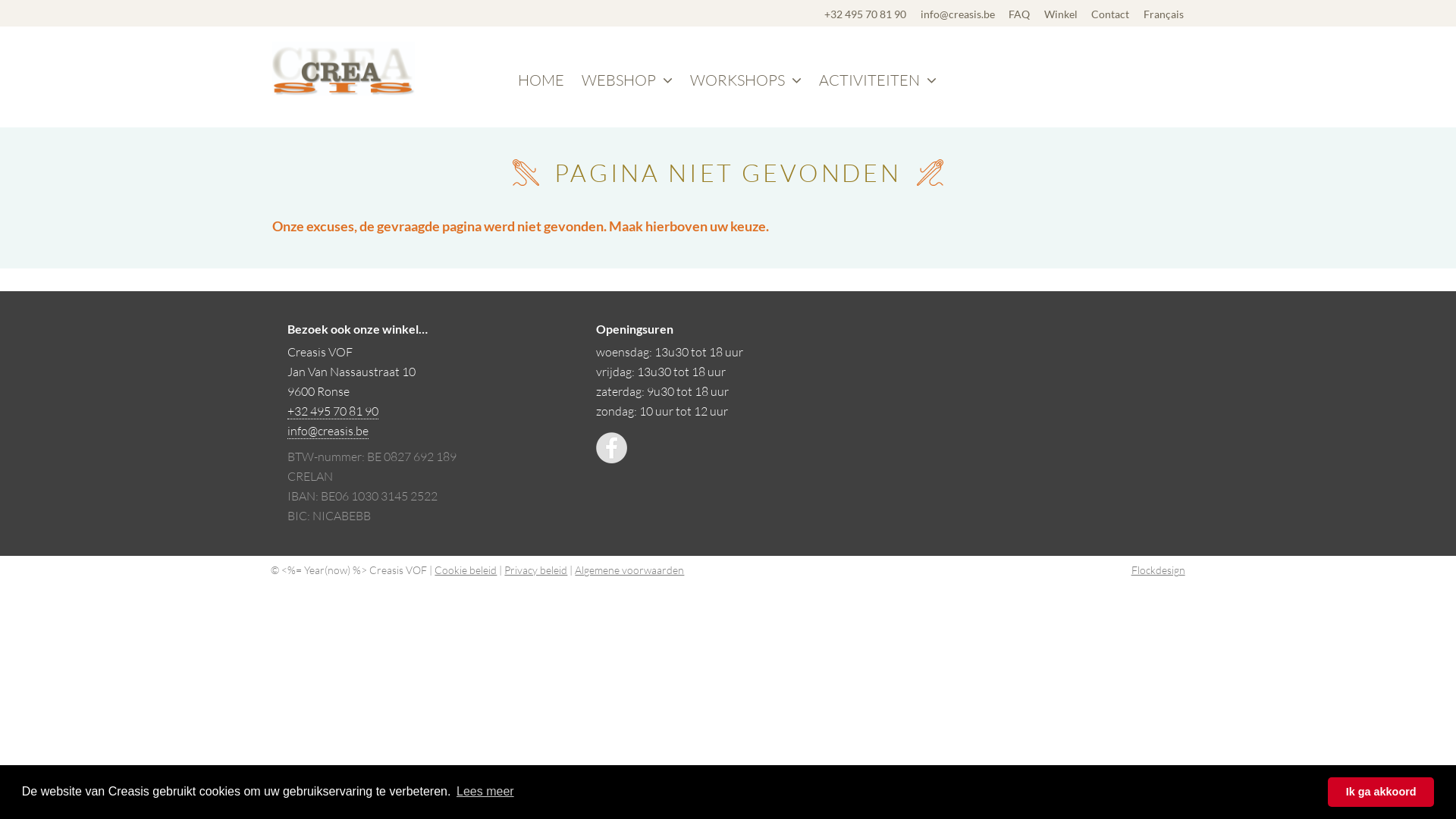  I want to click on 'Lees meer', so click(484, 791).